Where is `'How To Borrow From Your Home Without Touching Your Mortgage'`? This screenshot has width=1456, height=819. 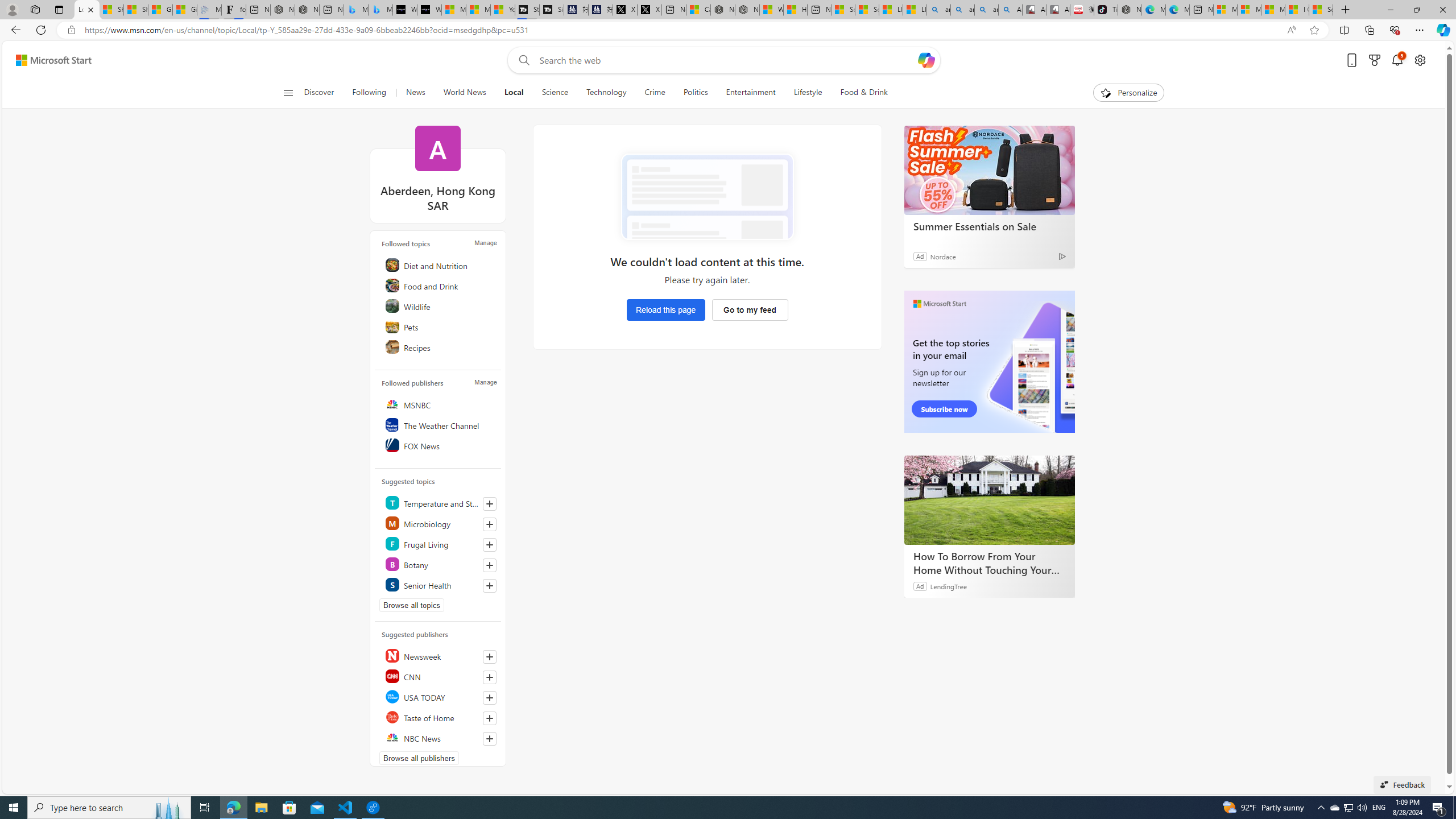 'How To Borrow From Your Home Without Touching Your Mortgage' is located at coordinates (988, 499).